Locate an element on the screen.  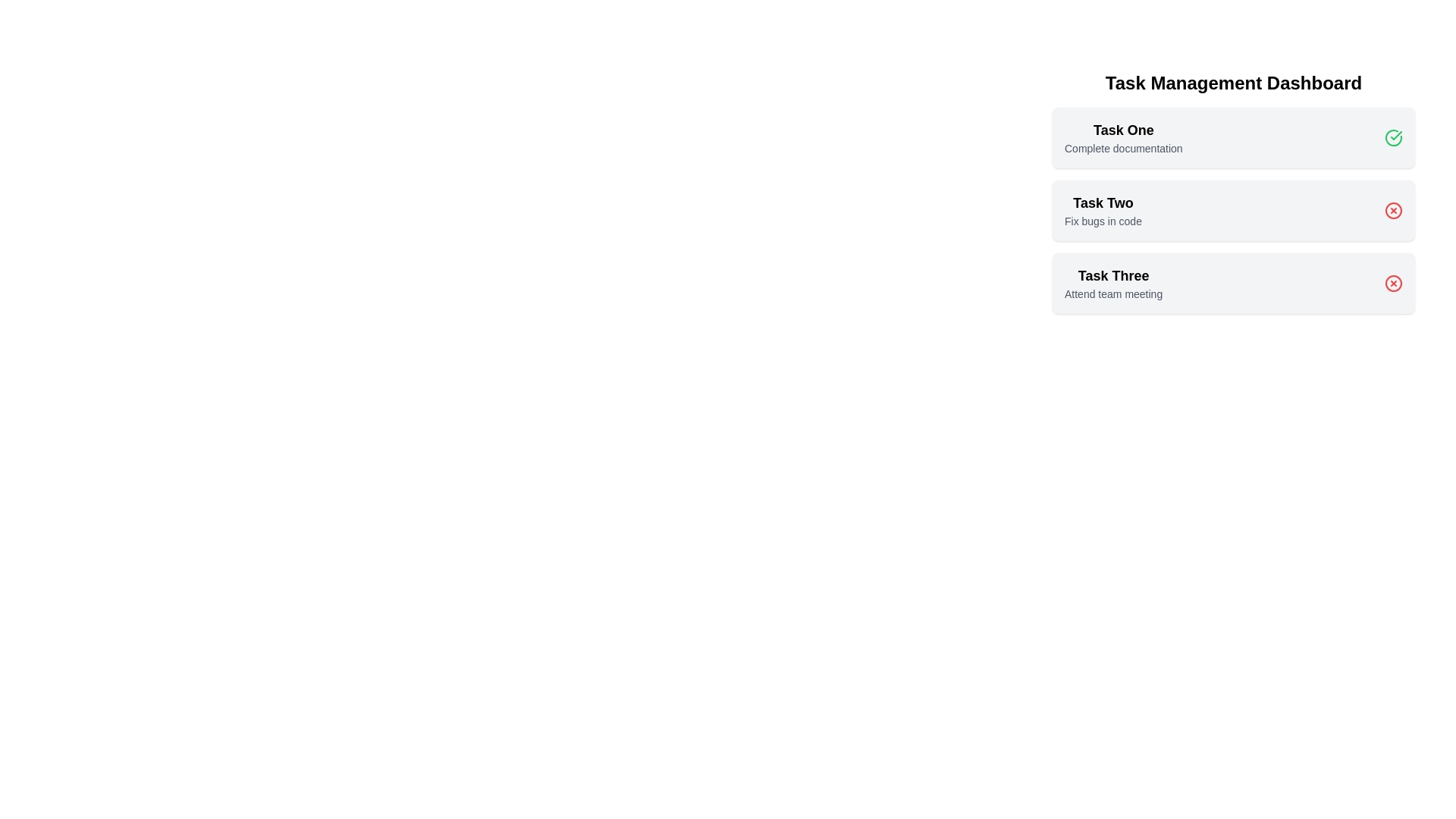
the task title Task One to highlight it is located at coordinates (1123, 130).